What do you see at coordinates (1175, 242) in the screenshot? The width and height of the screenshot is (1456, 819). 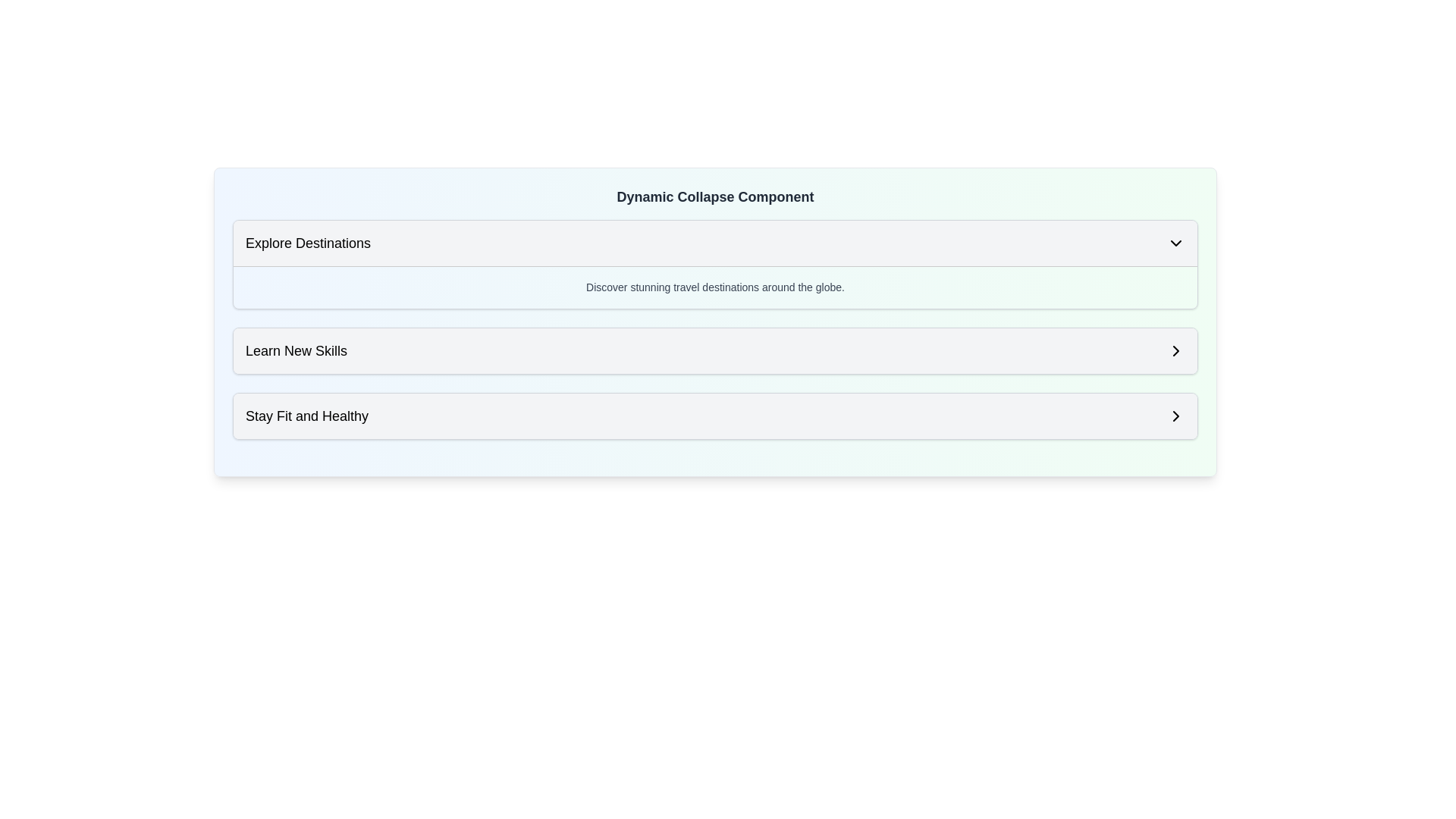 I see `the visual indicator icon for expanding or collapsing content in the 'Explore Destinations' section` at bounding box center [1175, 242].